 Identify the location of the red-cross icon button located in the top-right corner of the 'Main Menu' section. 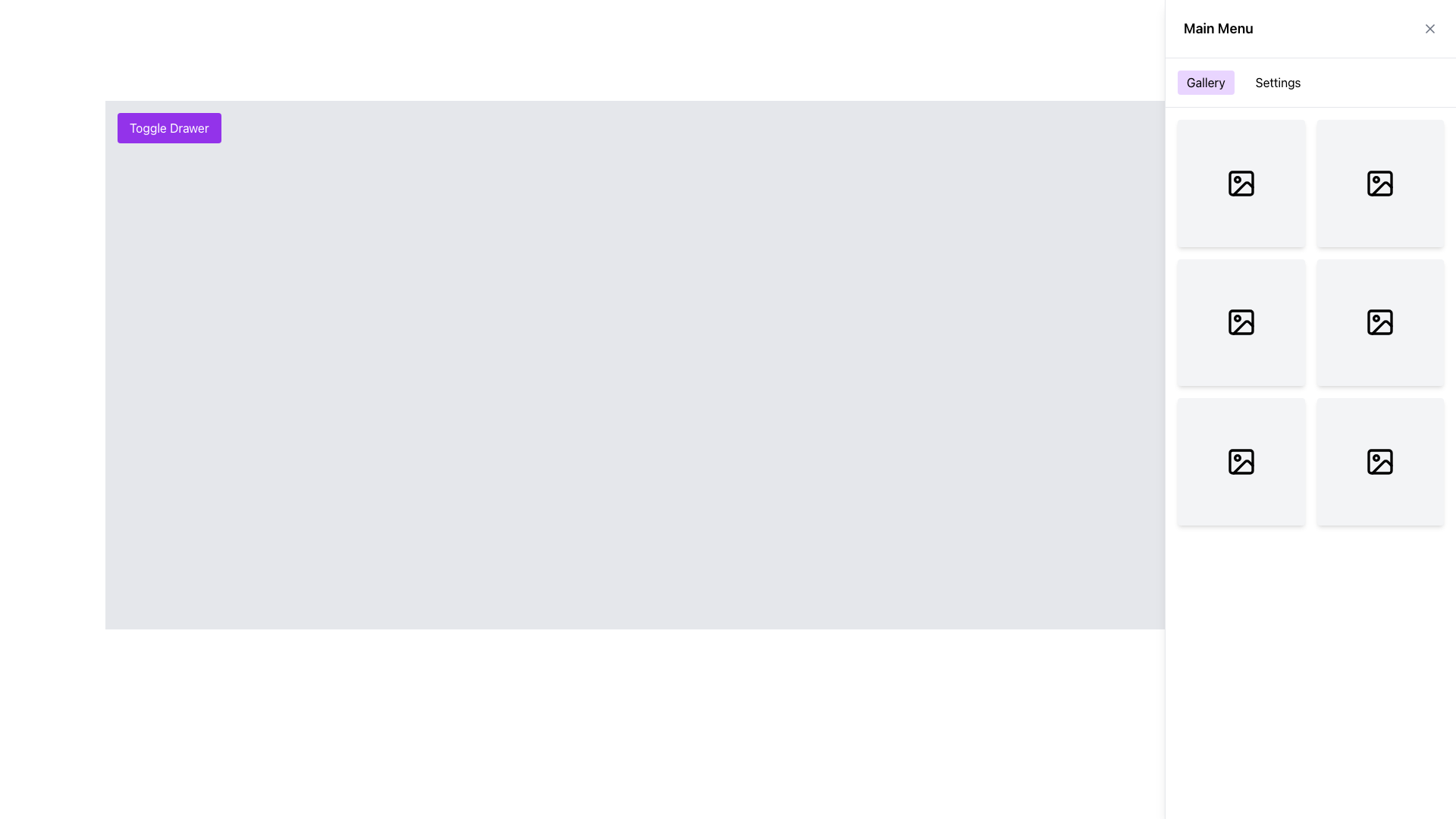
(1429, 29).